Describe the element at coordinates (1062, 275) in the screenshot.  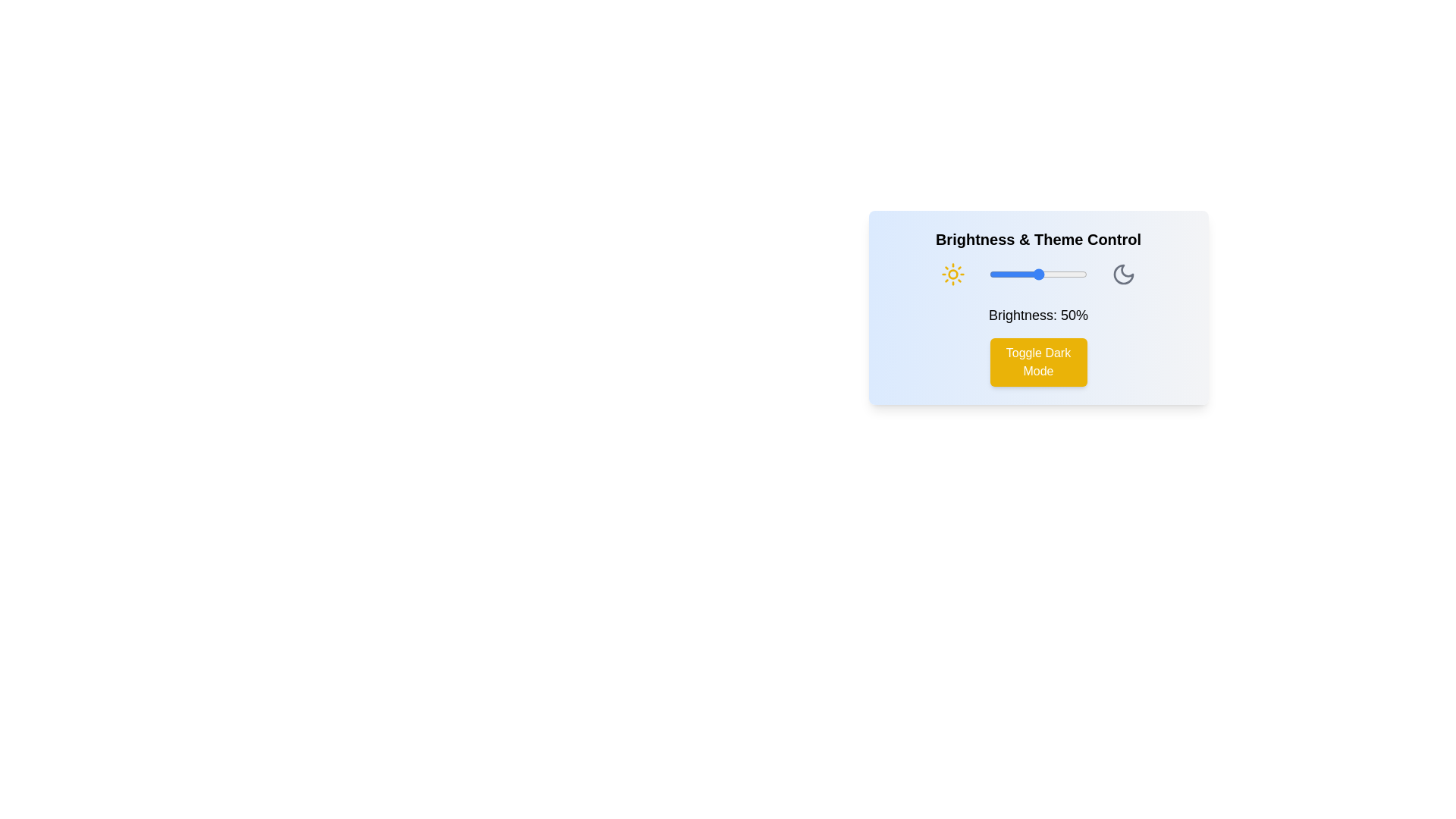
I see `the brightness level to 75% by dragging the slider` at that location.